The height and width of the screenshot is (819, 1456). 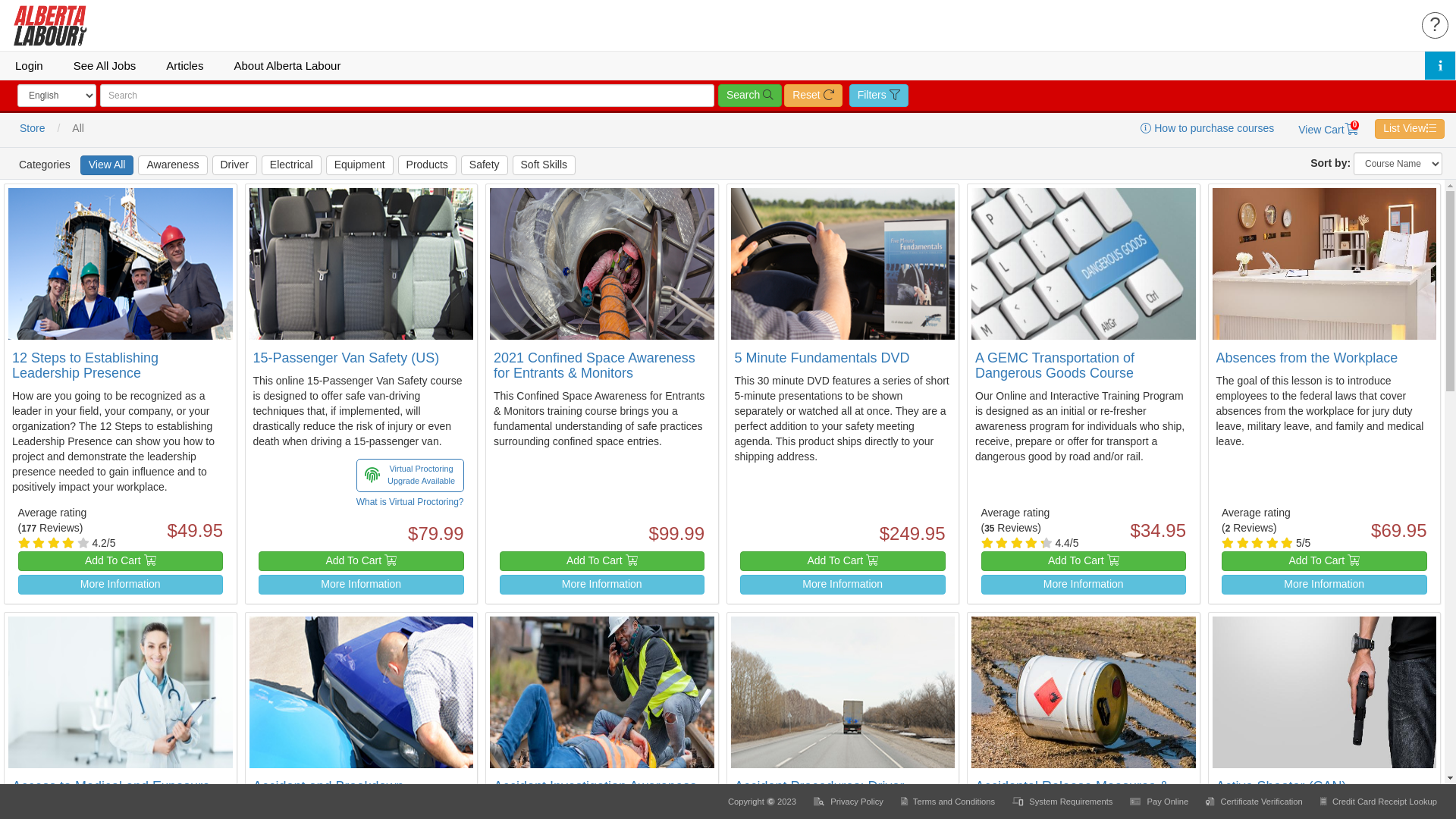 I want to click on 'See All Jobs', so click(x=104, y=64).